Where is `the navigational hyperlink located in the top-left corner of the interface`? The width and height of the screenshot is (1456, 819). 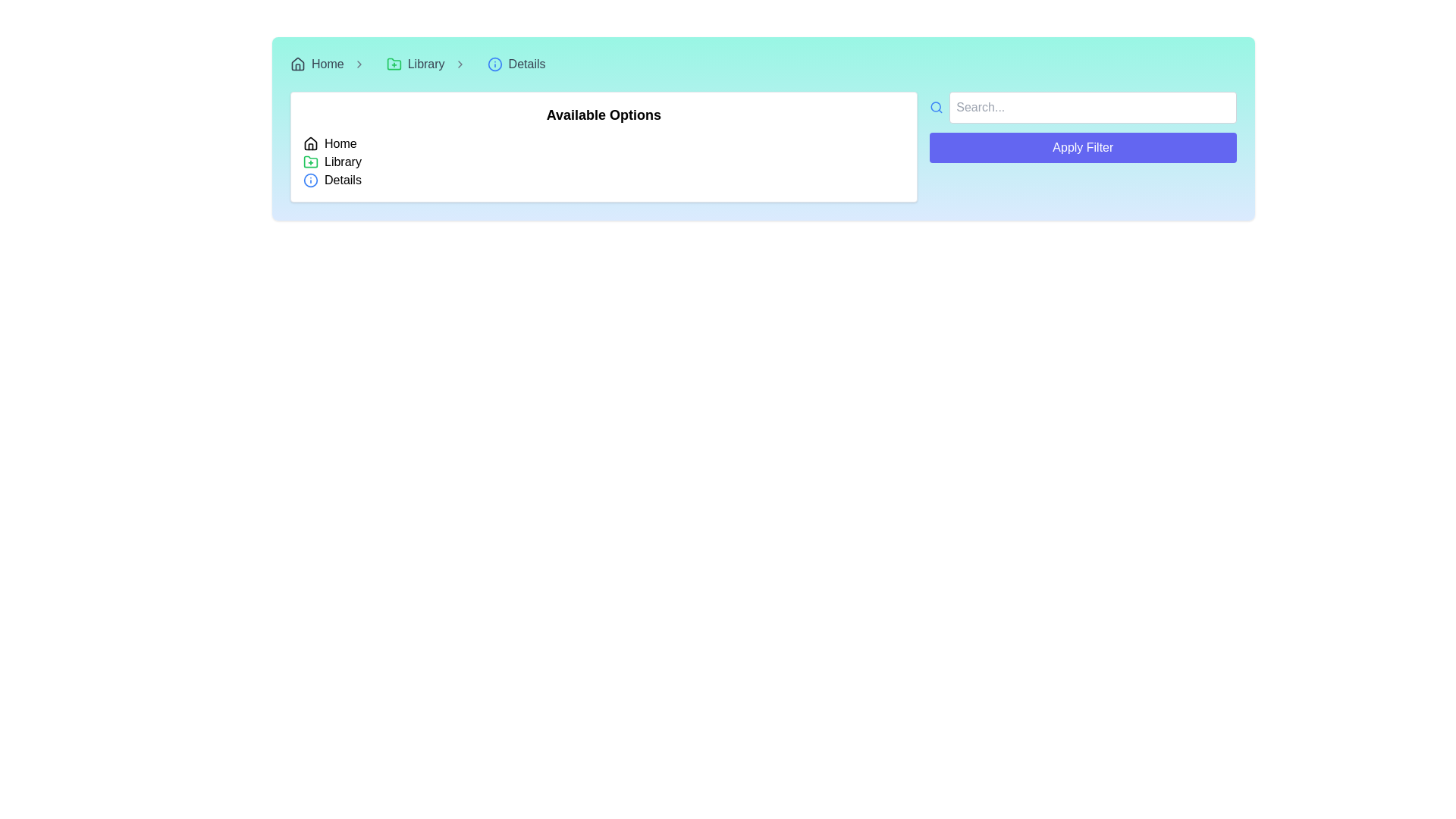 the navigational hyperlink located in the top-left corner of the interface is located at coordinates (316, 63).